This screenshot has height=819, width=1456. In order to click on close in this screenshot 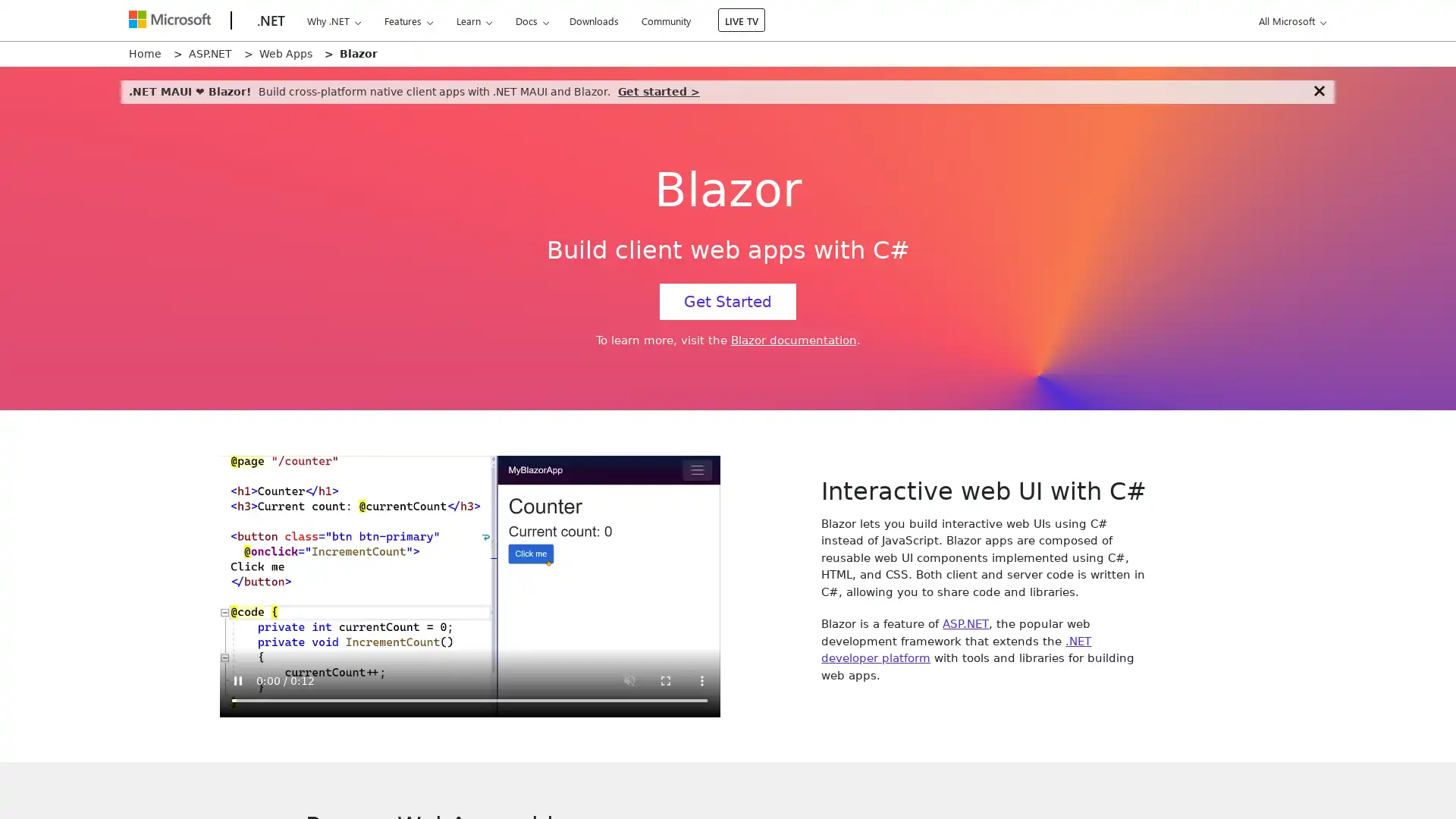, I will do `click(1318, 90)`.